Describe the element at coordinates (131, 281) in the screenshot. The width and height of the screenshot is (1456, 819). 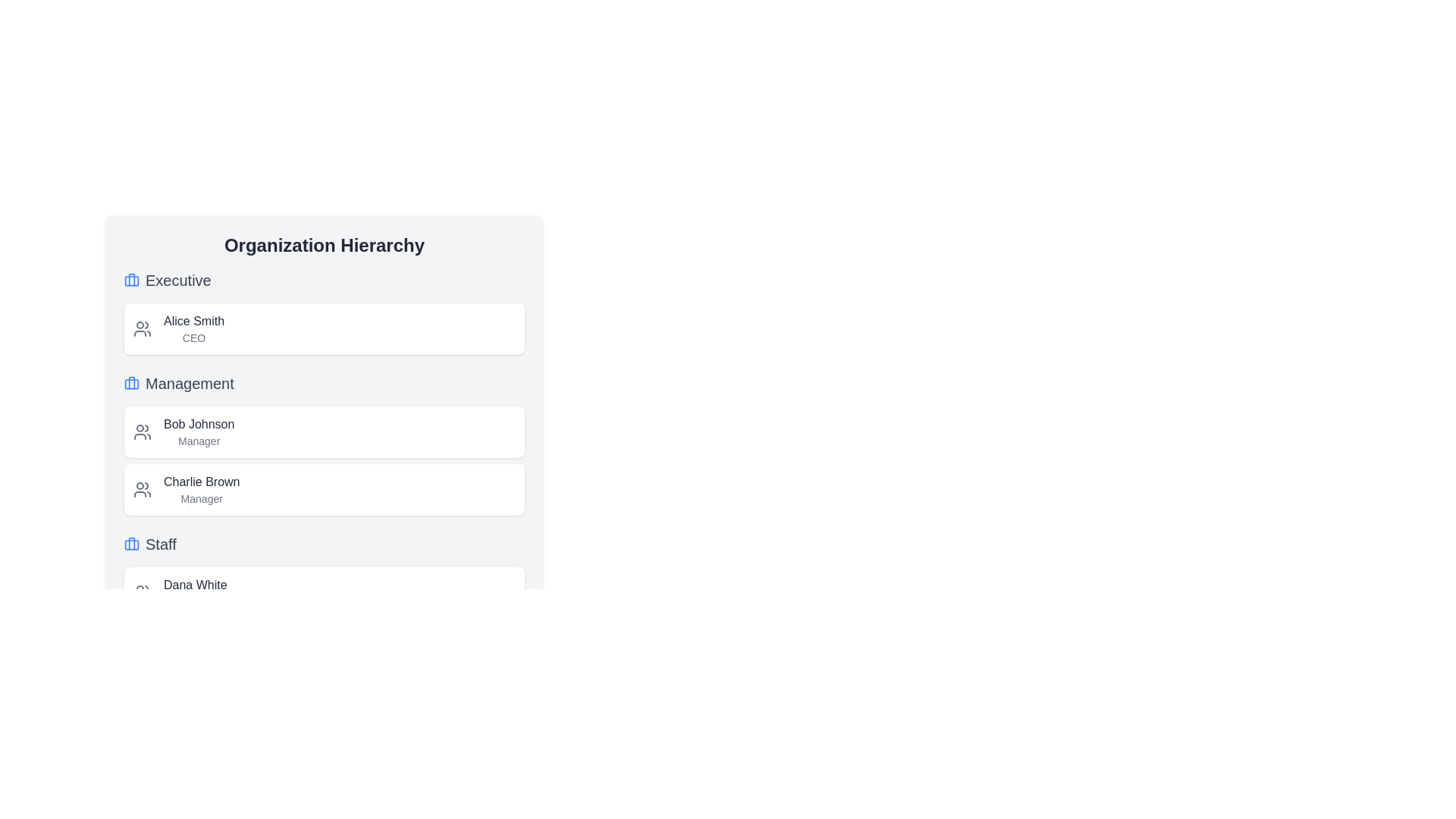
I see `structure of the rectangular SVG component that forms the body of the suitcase icon located near the 'Executive' header in the 'Organization Hierarchy' component` at that location.